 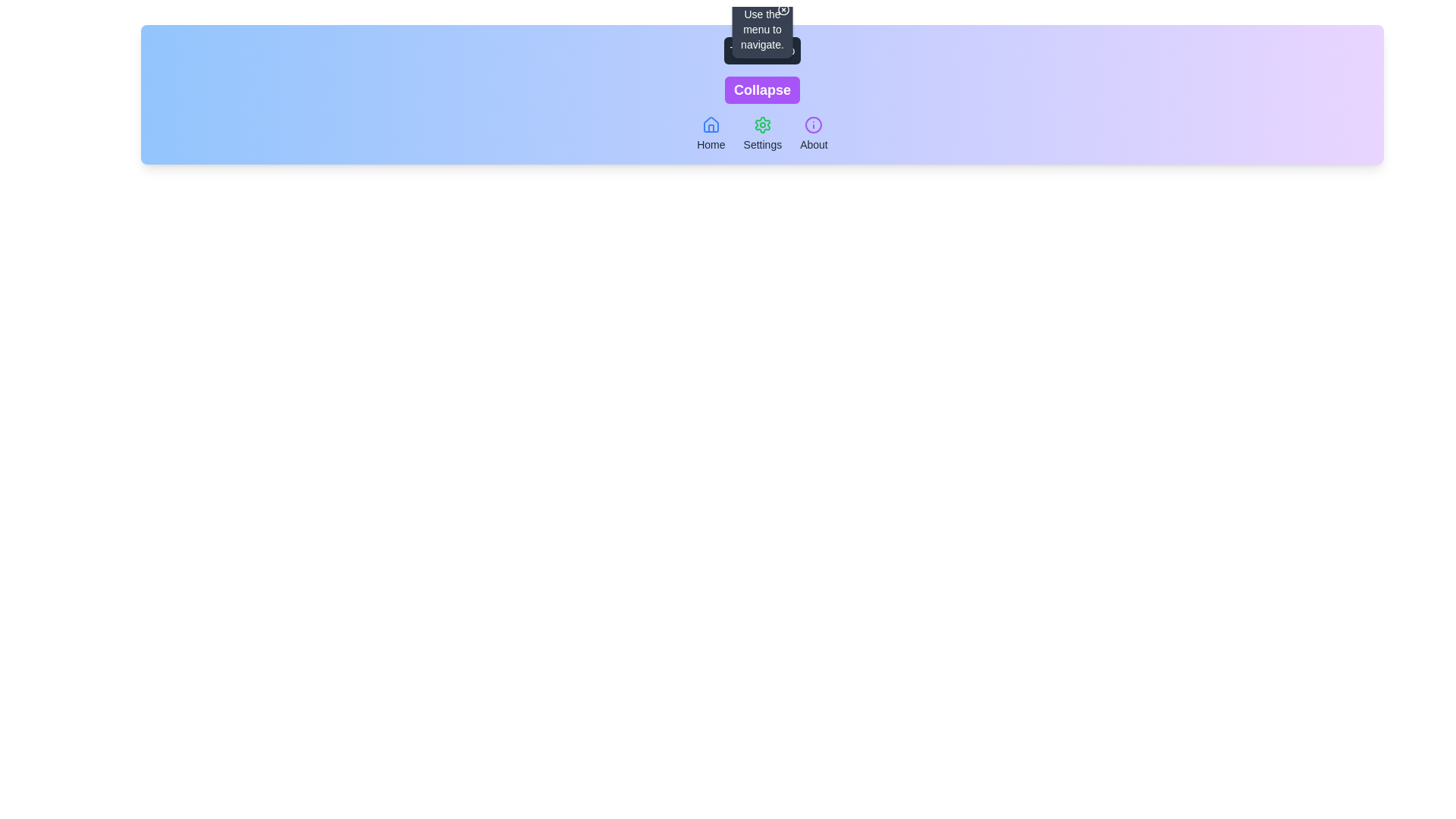 What do you see at coordinates (762, 133) in the screenshot?
I see `the Navigation button with a labeled icon, which is the second item in a row of three elements located below the 'Collapse' button` at bounding box center [762, 133].